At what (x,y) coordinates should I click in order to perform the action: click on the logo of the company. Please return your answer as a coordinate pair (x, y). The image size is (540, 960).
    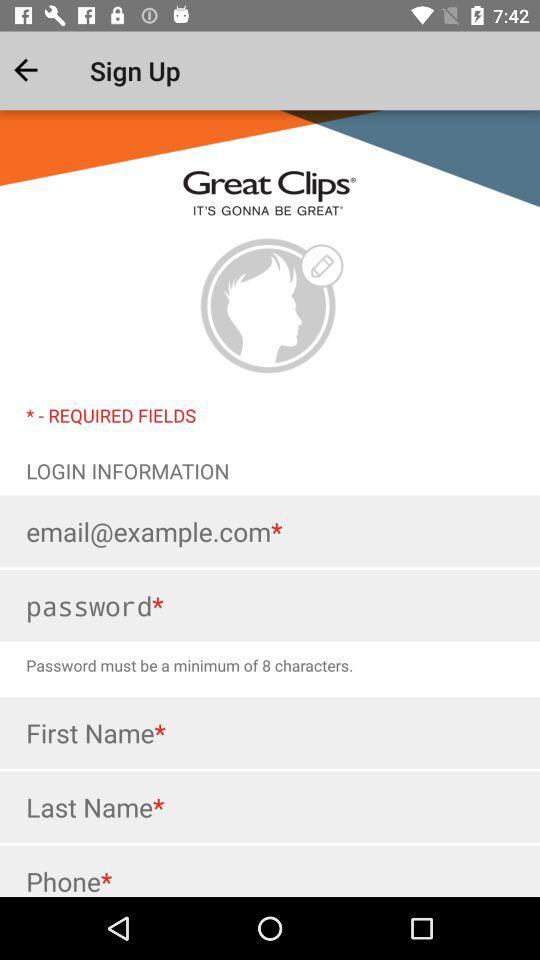
    Looking at the image, I should click on (269, 305).